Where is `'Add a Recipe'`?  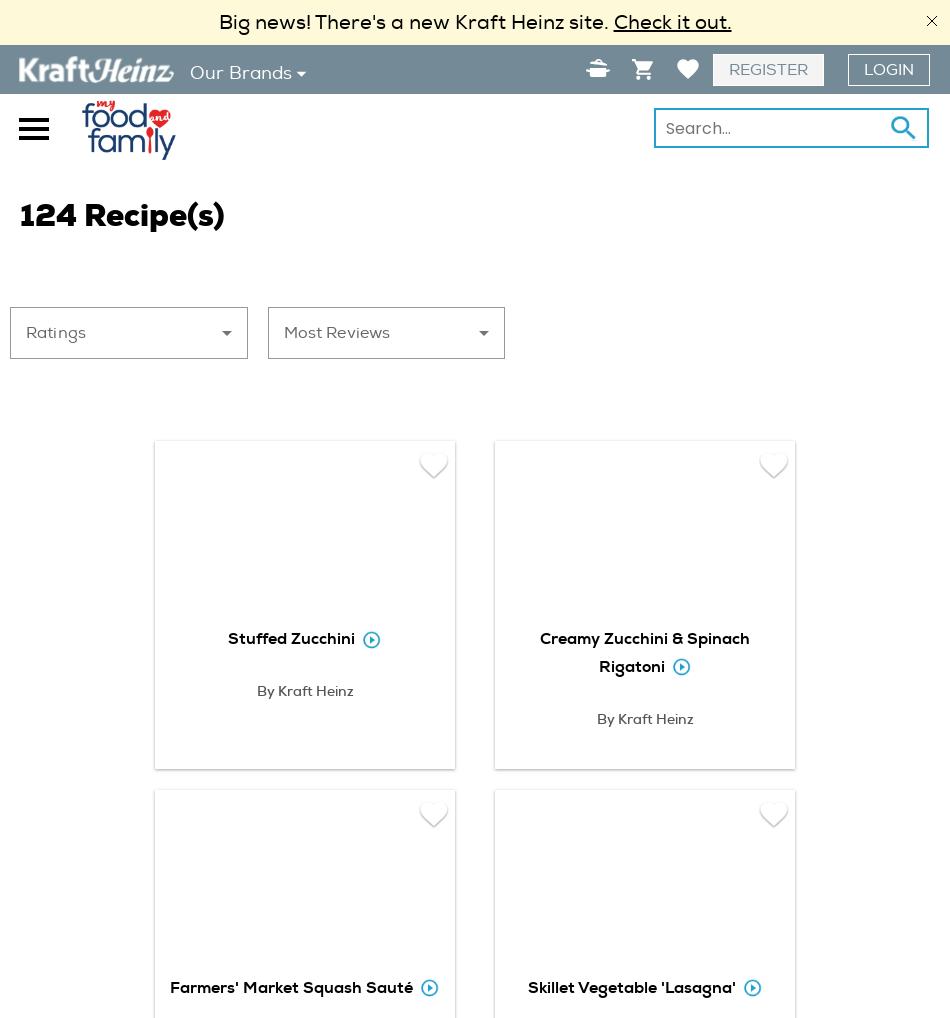
'Add a Recipe' is located at coordinates (550, 111).